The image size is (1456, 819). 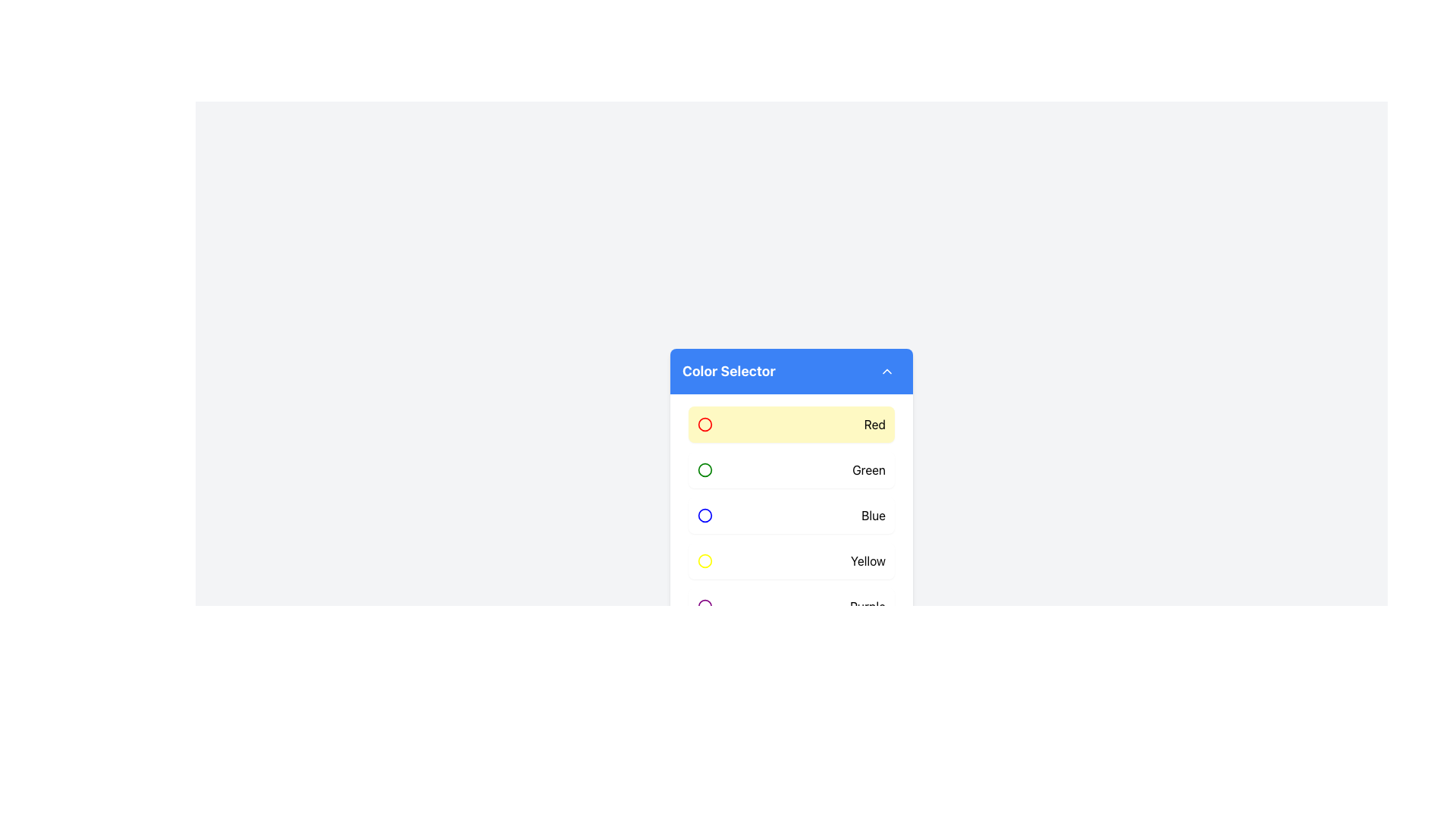 I want to click on the first selectable list item representing the color 'Red', so click(x=790, y=424).